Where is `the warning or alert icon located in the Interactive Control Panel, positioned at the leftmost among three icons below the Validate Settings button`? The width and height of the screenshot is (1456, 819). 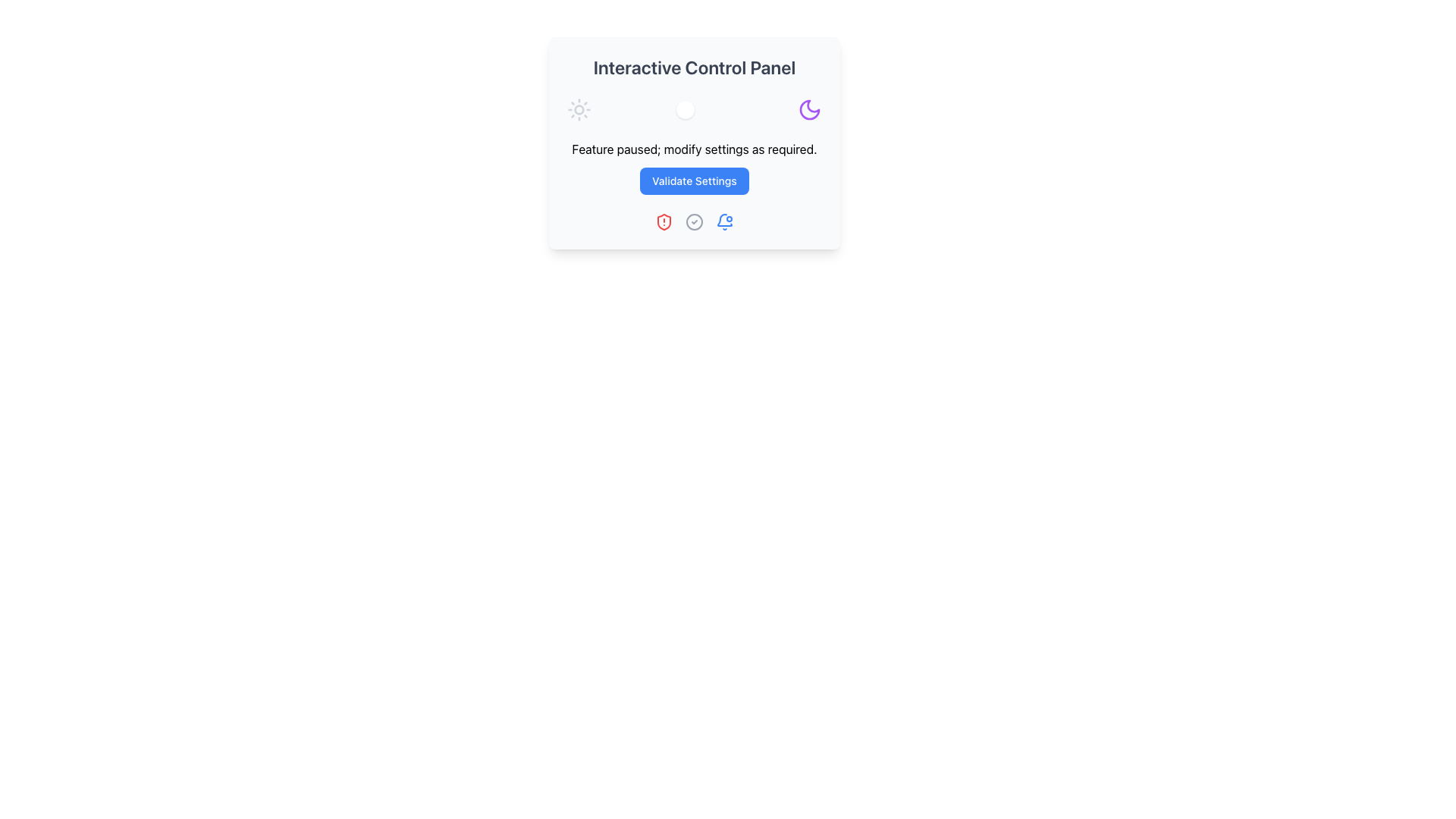 the warning or alert icon located in the Interactive Control Panel, positioned at the leftmost among three icons below the Validate Settings button is located at coordinates (664, 222).